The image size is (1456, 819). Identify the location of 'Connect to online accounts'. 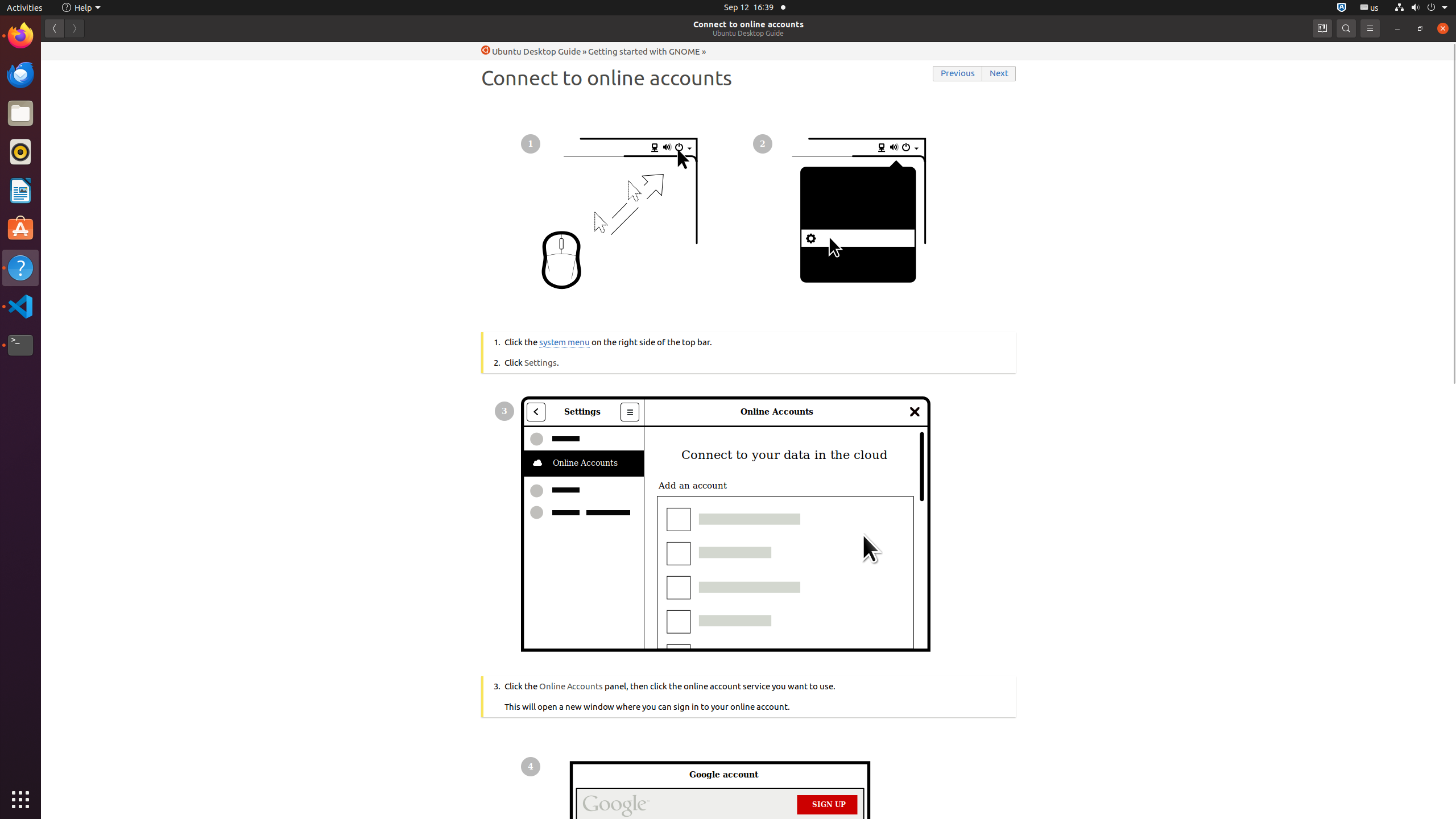
(748, 24).